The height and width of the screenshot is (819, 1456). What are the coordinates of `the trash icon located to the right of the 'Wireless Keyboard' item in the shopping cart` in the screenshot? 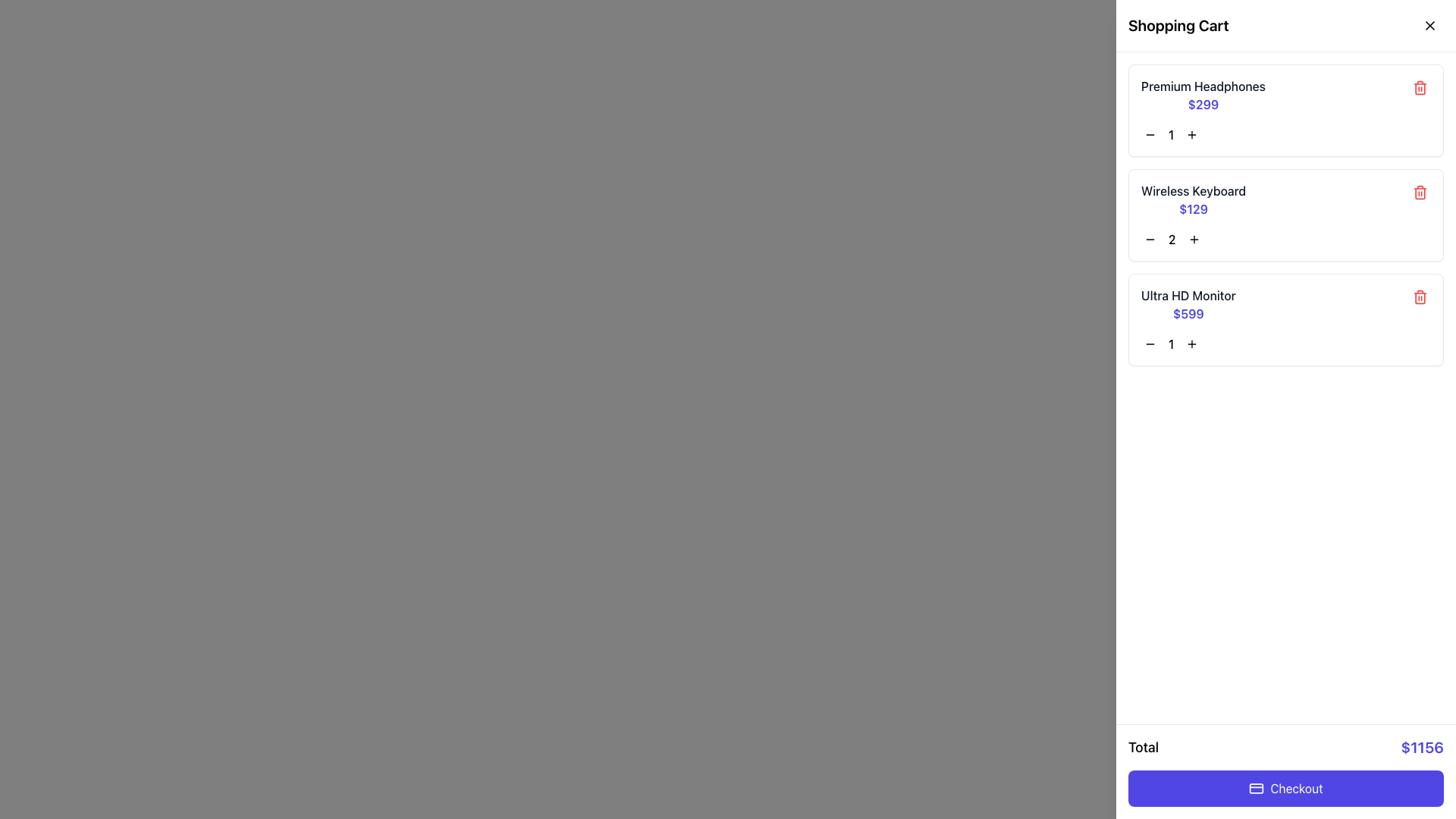 It's located at (1419, 192).